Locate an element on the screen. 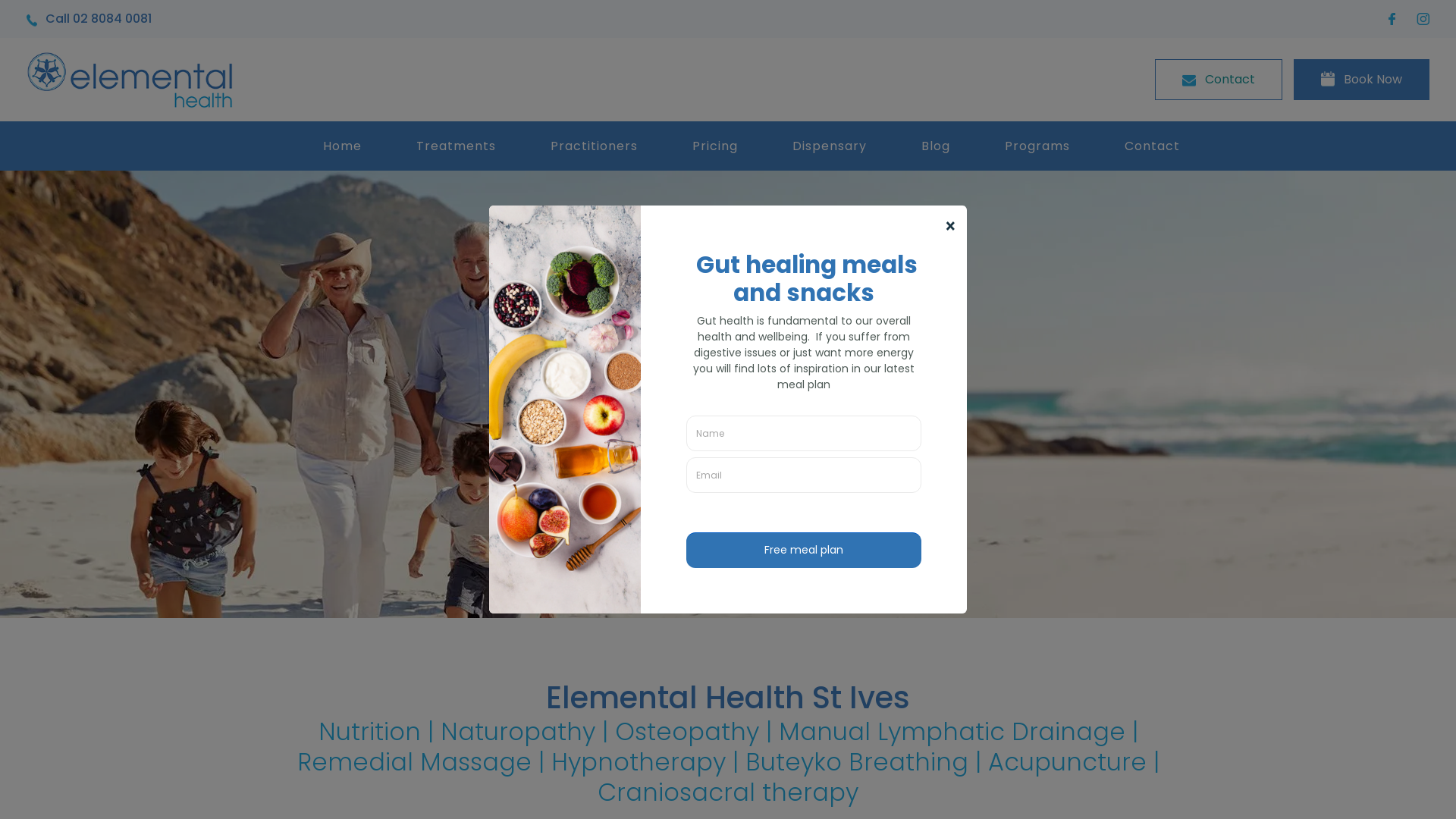 This screenshot has width=1456, height=819. 'Book Now' is located at coordinates (1361, 79).